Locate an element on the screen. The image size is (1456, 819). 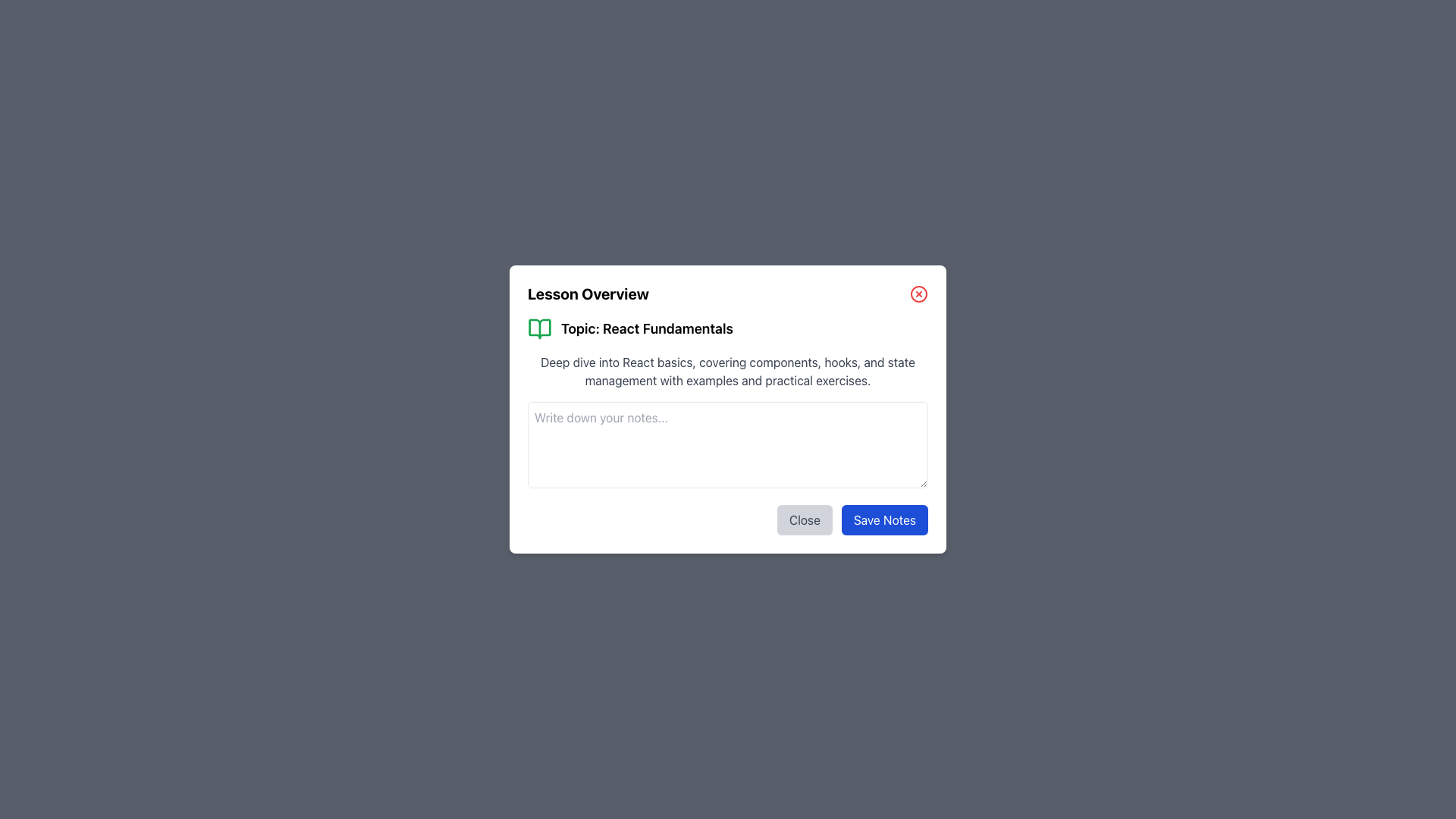
the 'Close' button, a gray rectangular button with rounded corners located at the bottom-right of a modal window is located at coordinates (804, 519).